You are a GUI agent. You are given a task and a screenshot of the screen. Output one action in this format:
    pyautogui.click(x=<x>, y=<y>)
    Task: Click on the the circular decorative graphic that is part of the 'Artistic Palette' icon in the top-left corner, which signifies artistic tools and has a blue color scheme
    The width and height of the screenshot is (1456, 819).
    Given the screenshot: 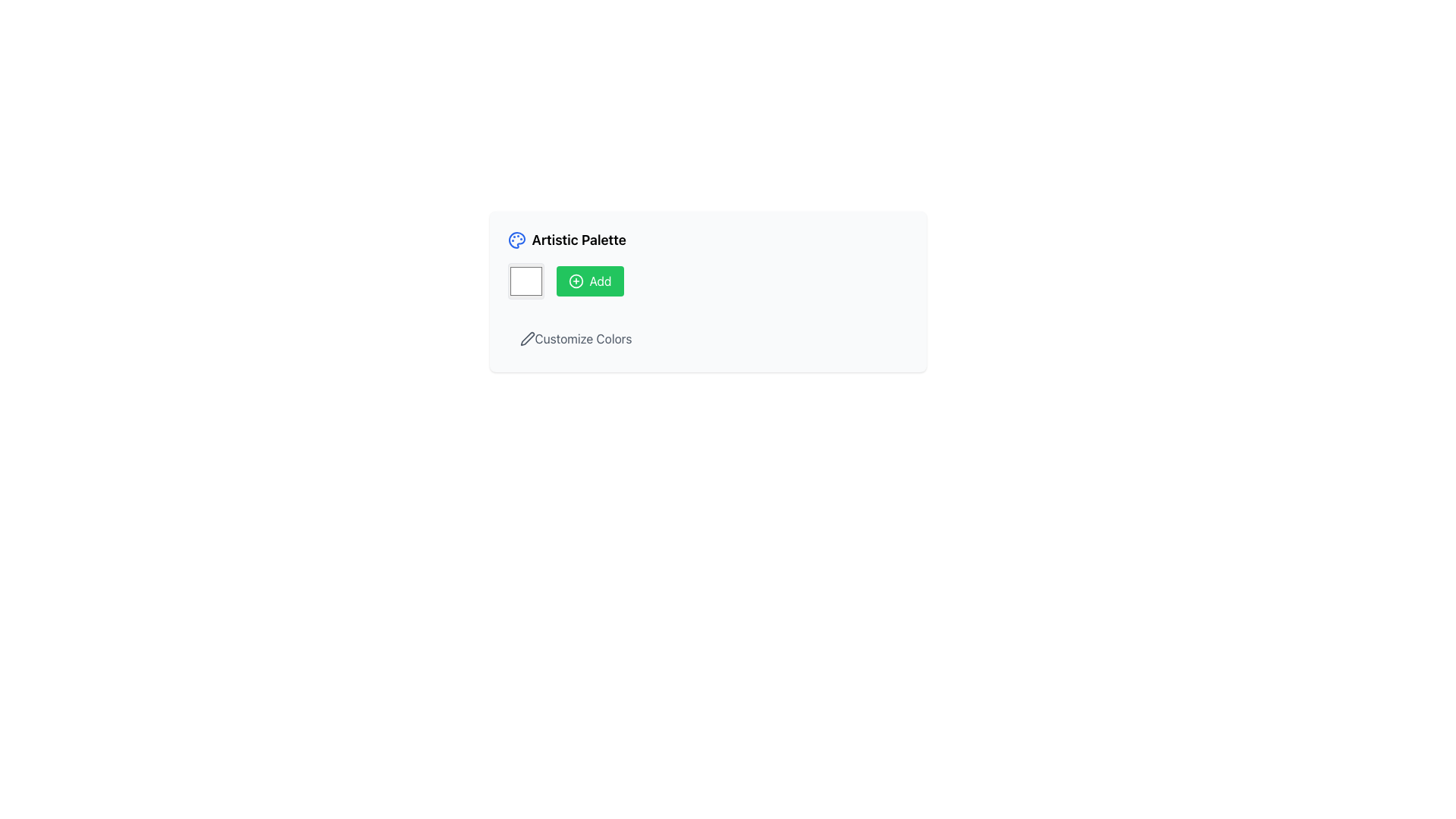 What is the action you would take?
    pyautogui.click(x=516, y=239)
    